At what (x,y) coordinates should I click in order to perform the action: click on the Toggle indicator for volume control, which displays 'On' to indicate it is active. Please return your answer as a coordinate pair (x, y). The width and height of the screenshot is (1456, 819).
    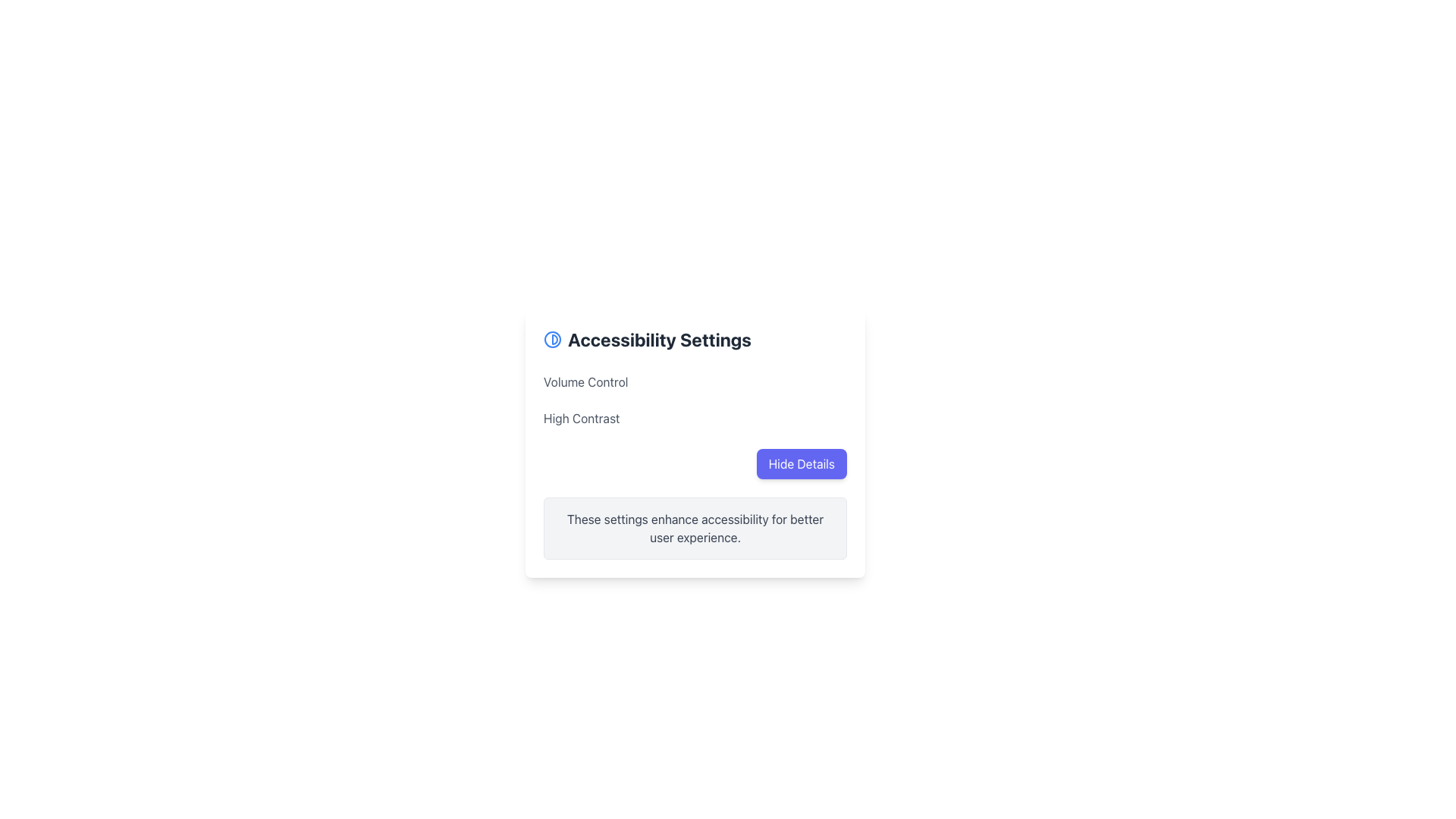
    Looking at the image, I should click on (821, 381).